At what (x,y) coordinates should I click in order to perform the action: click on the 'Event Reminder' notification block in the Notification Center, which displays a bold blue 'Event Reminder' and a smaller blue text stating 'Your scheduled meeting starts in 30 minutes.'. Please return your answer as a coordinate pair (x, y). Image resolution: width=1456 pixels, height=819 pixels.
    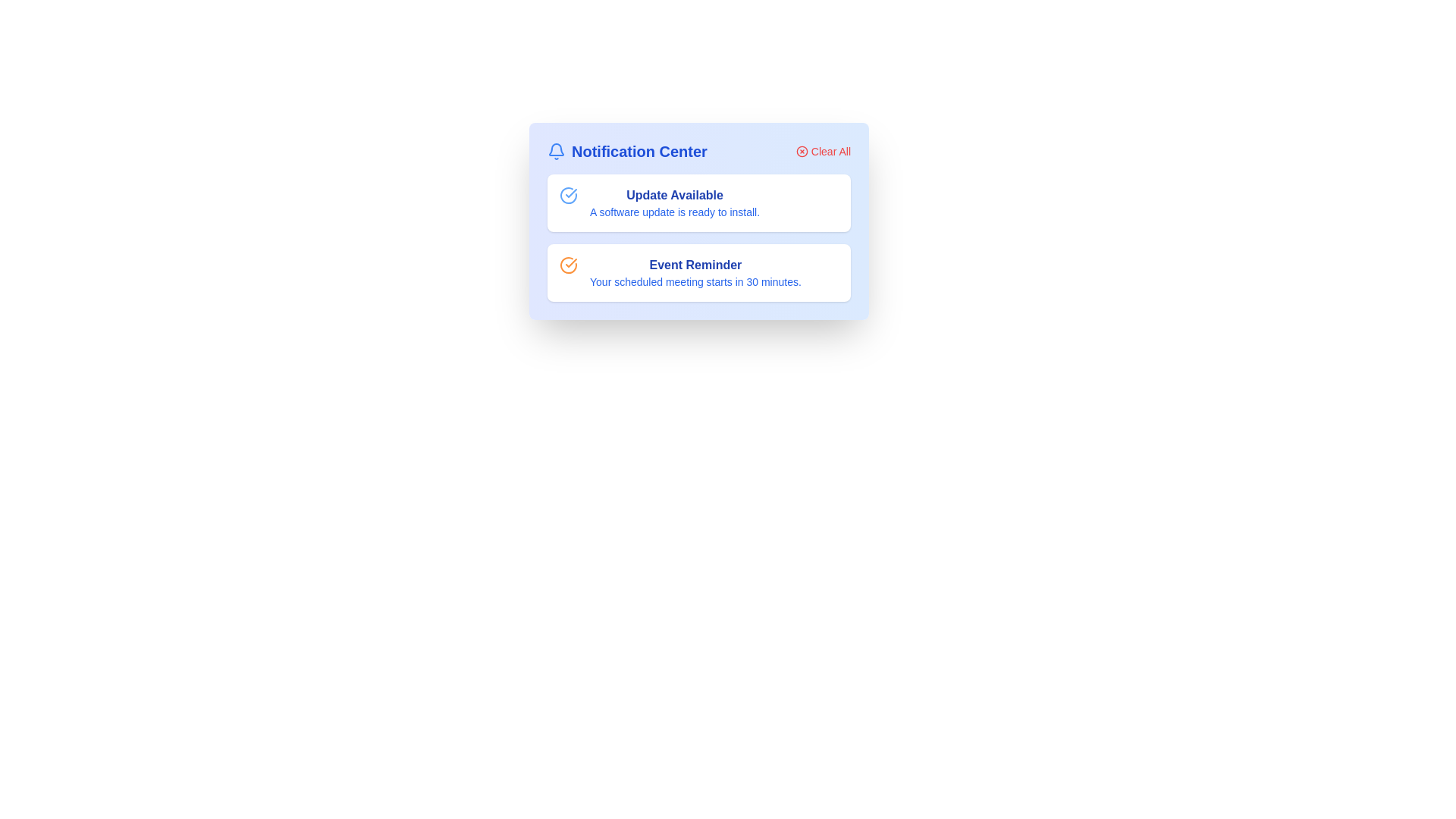
    Looking at the image, I should click on (695, 271).